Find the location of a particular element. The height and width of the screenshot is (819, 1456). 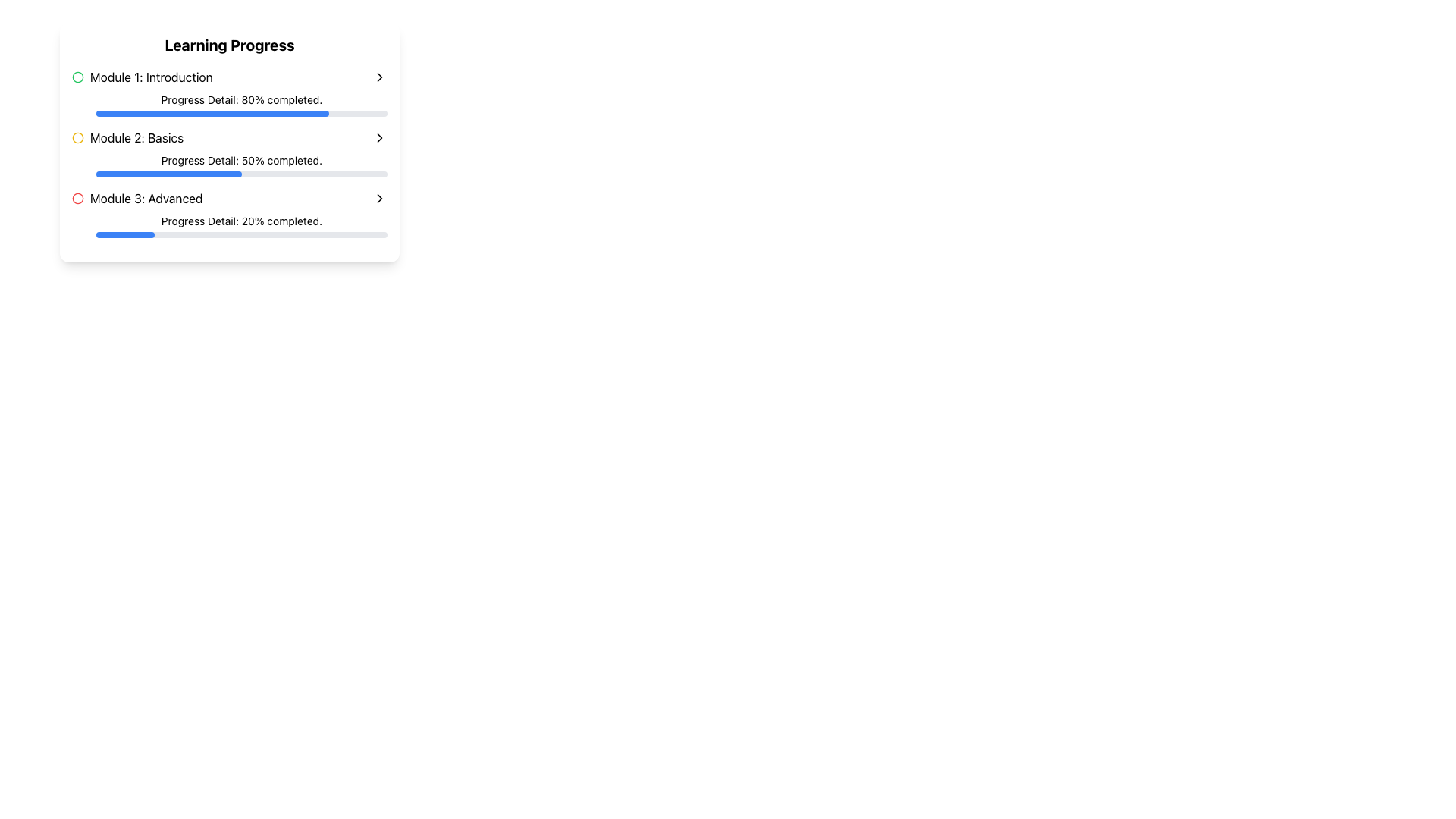

the progress bar representing 'Module 3: Advanced', which visually indicates a completion percentage of 20%, located below the text 'Progress Detail: 20% completed.' is located at coordinates (240, 234).